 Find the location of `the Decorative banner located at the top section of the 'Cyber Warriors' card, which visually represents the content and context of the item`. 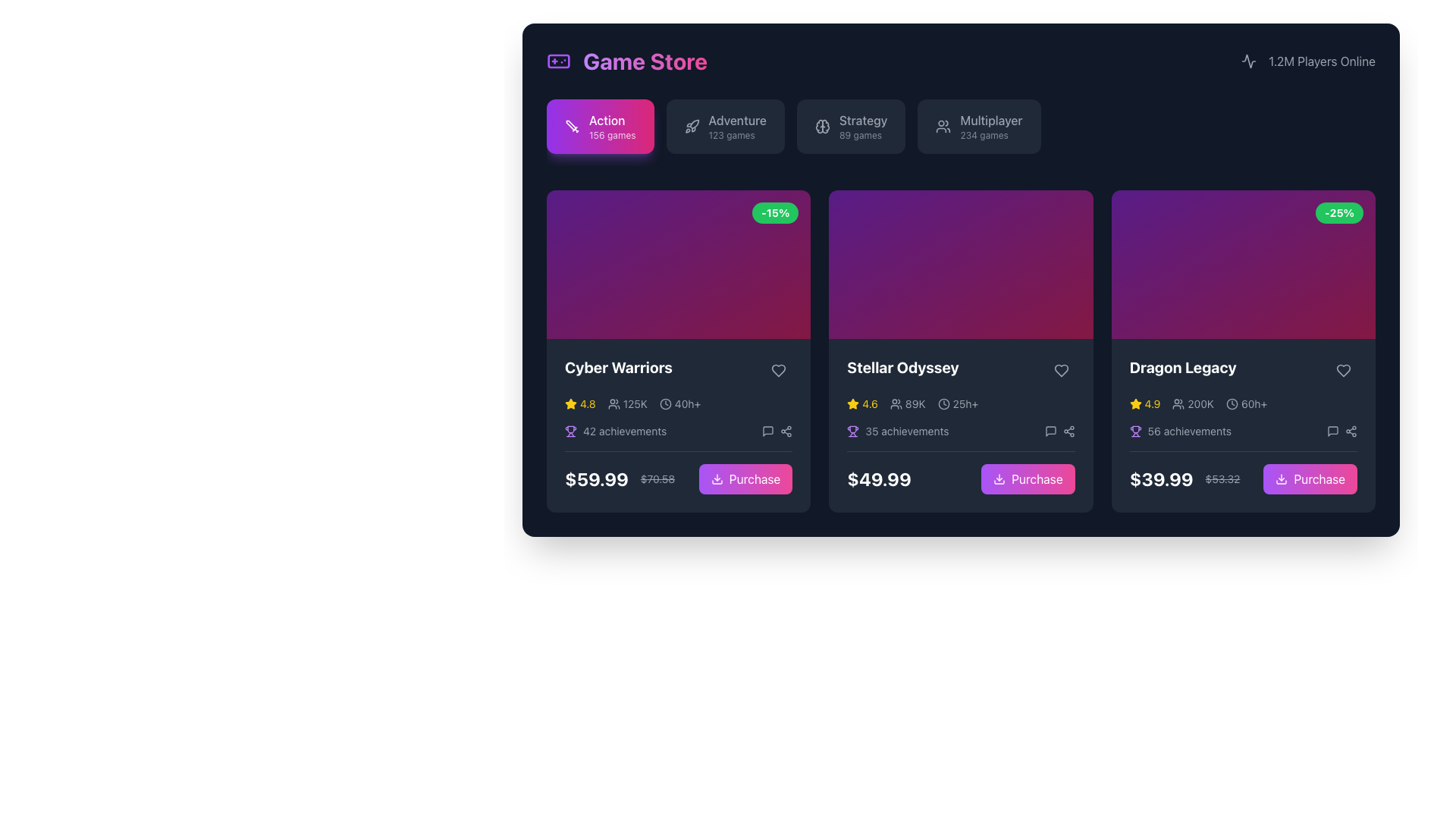

the Decorative banner located at the top section of the 'Cyber Warriors' card, which visually represents the content and context of the item is located at coordinates (678, 263).